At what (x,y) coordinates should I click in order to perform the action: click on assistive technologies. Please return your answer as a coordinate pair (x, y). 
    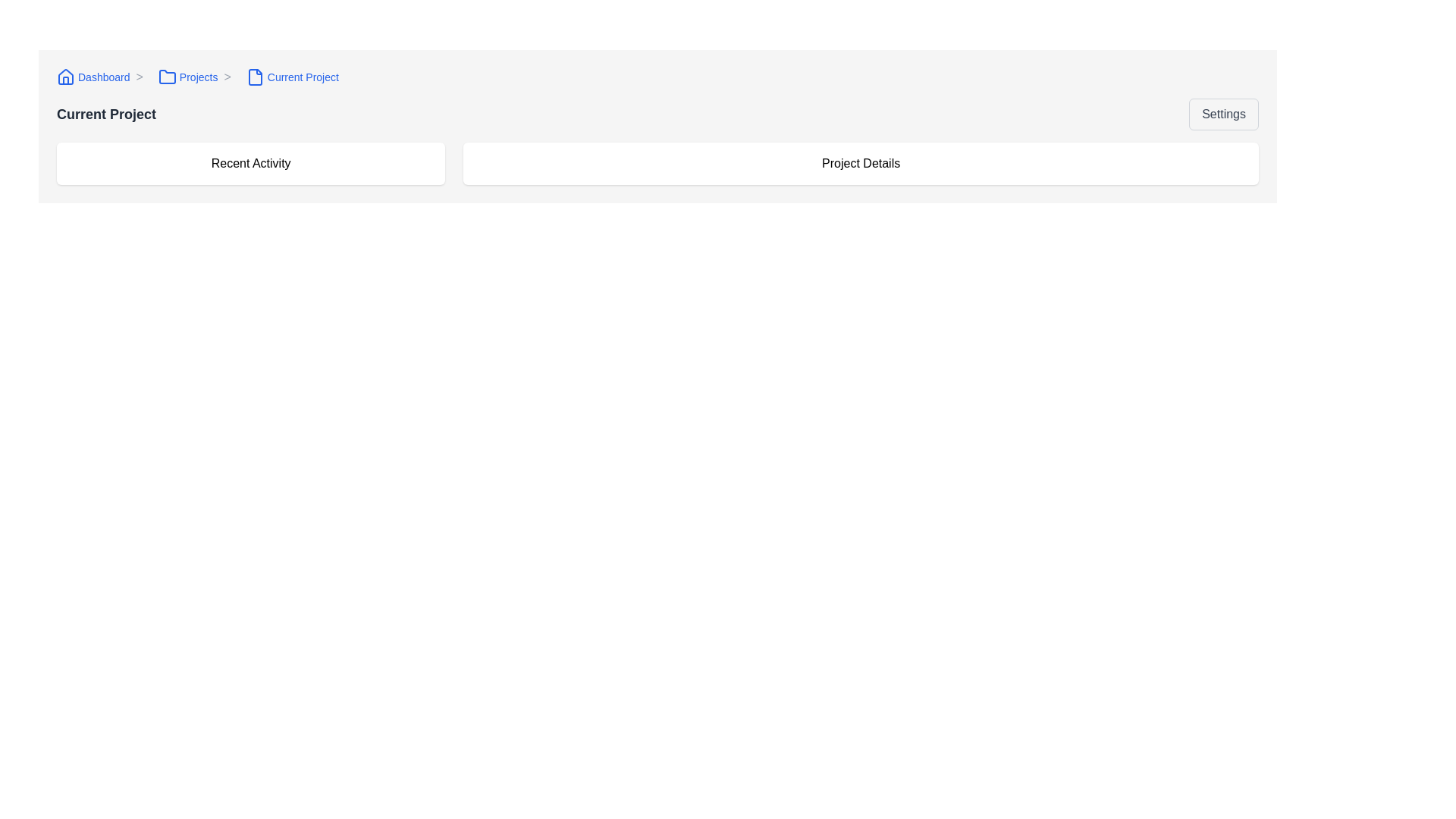
    Looking at the image, I should click on (167, 77).